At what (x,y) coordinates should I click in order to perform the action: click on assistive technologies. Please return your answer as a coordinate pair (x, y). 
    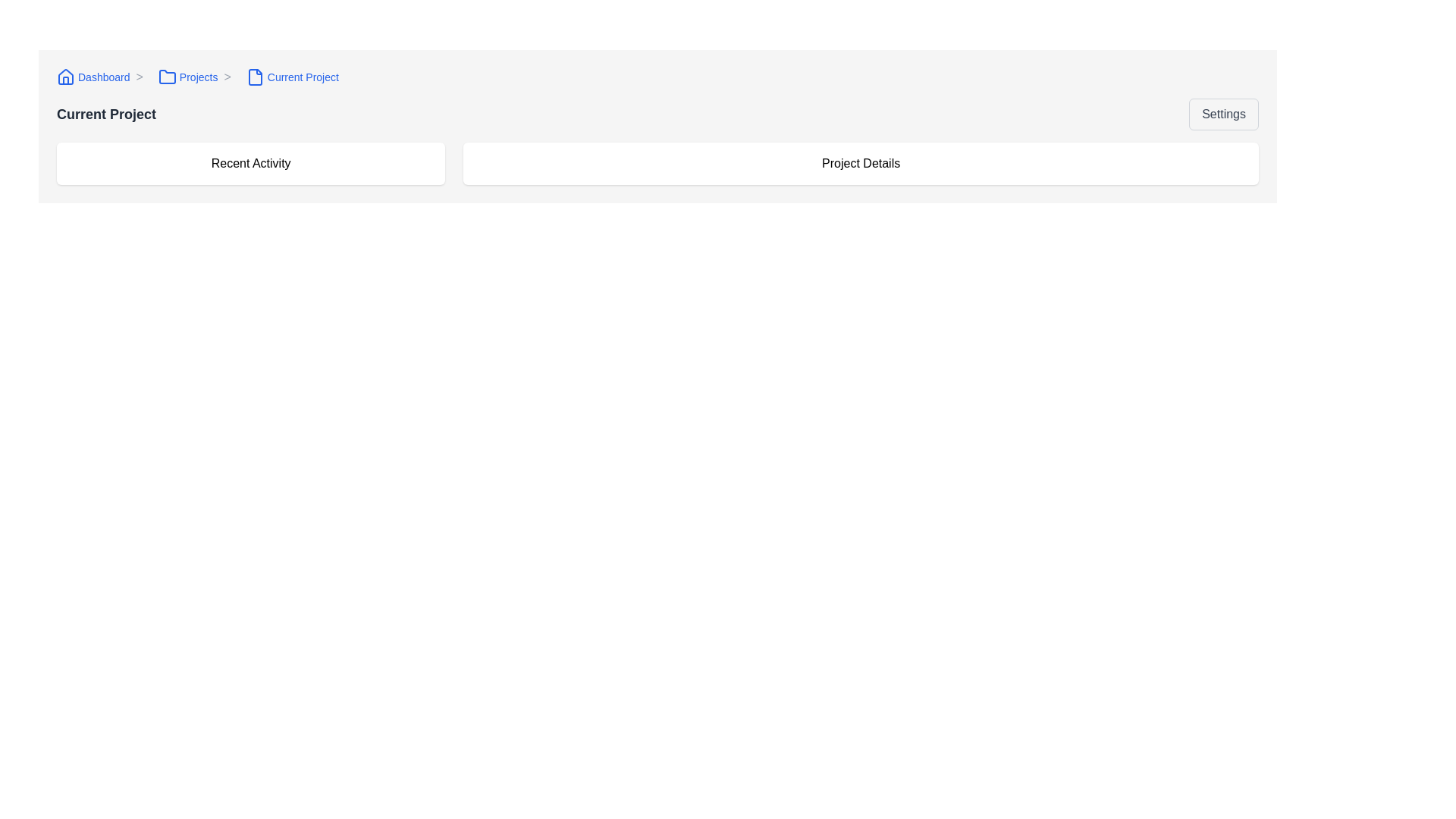
    Looking at the image, I should click on (167, 77).